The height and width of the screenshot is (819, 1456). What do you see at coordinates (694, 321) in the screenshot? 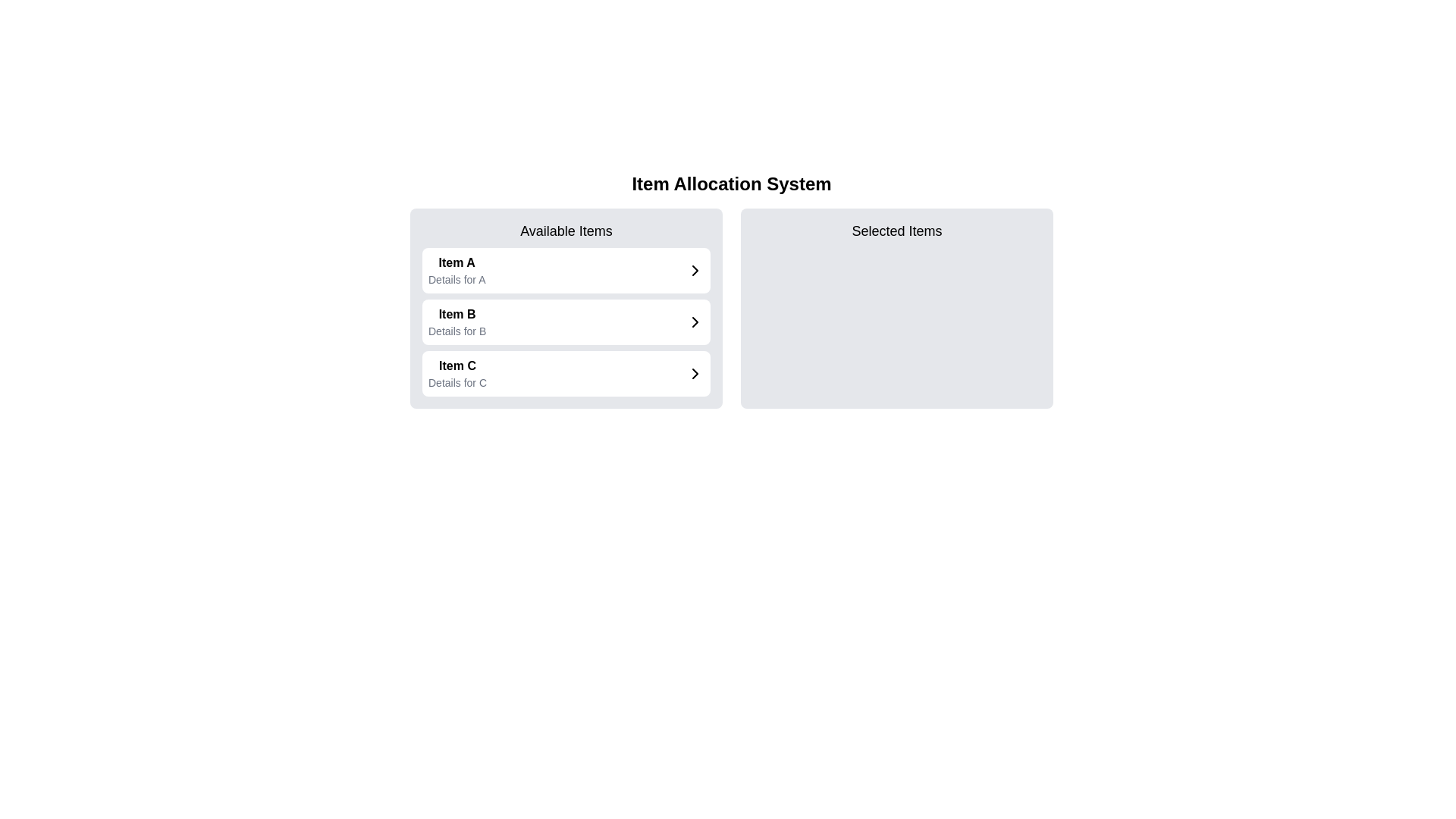
I see `the second chevron icon in the vertical list of interactive icons for 'Item B', located in the right column of the 'Available Items' section` at bounding box center [694, 321].